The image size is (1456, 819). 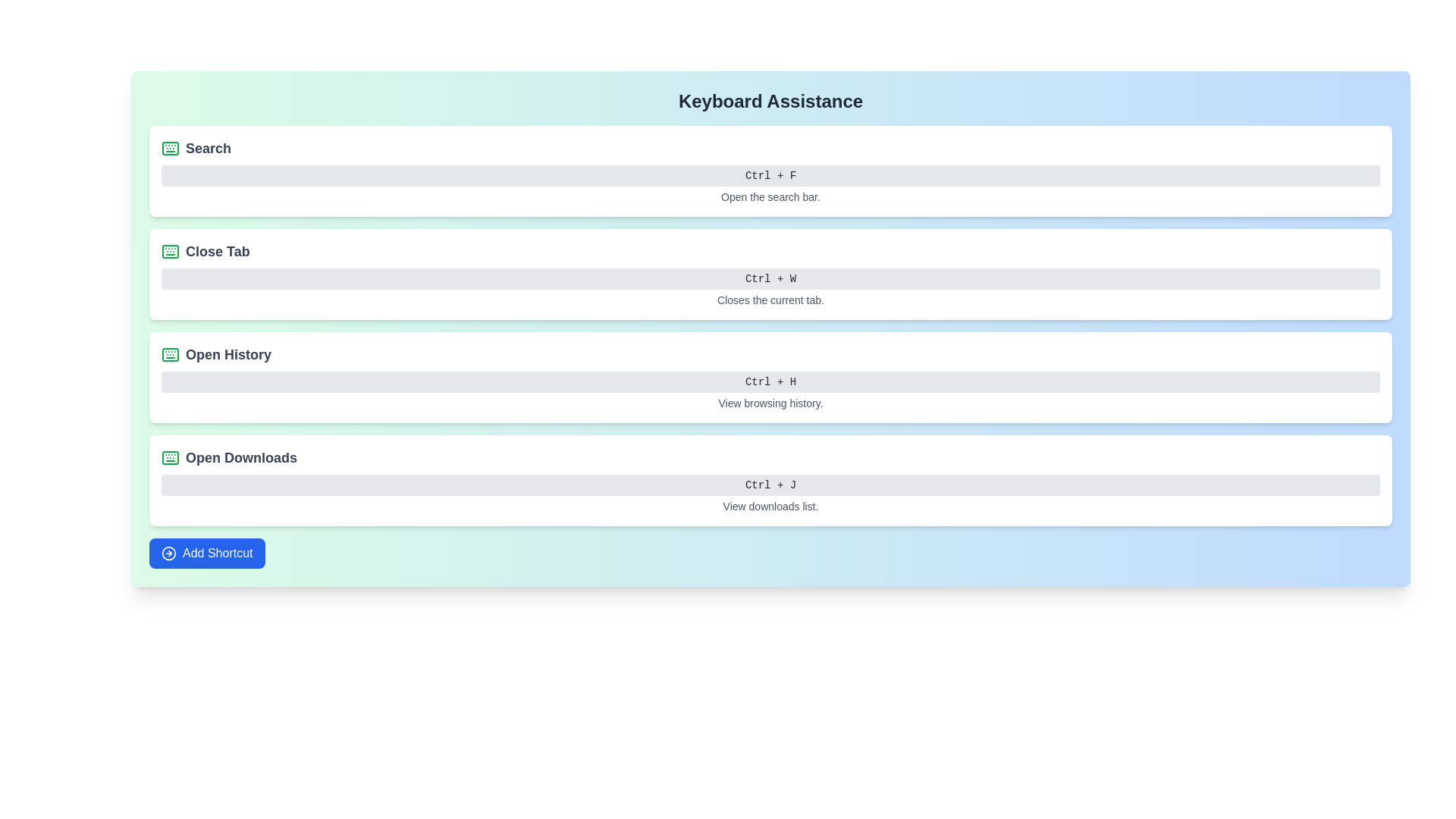 I want to click on the Text Label that describes the functionality, so click(x=227, y=354).